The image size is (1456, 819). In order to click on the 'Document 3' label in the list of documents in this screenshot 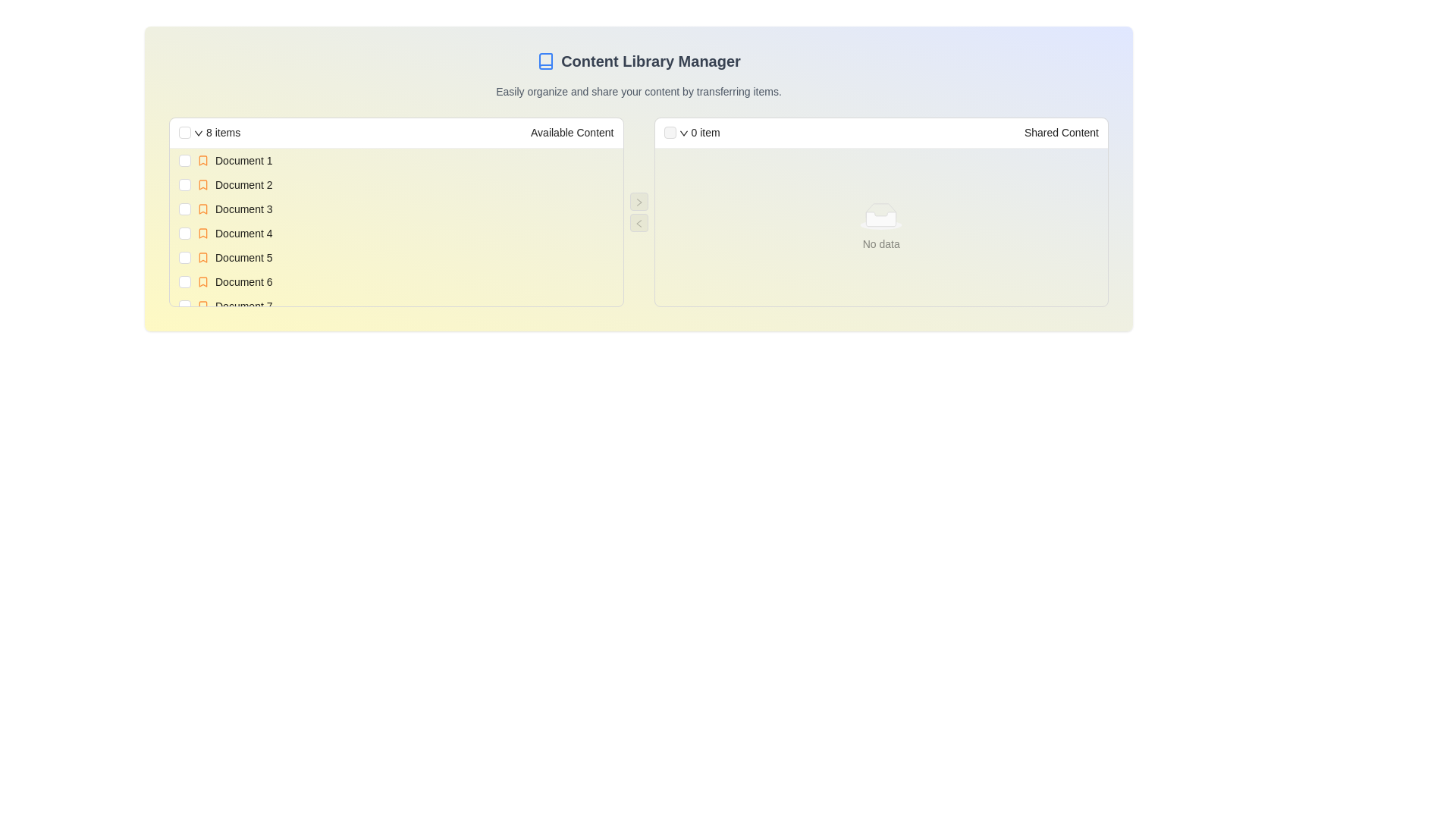, I will do `click(243, 209)`.